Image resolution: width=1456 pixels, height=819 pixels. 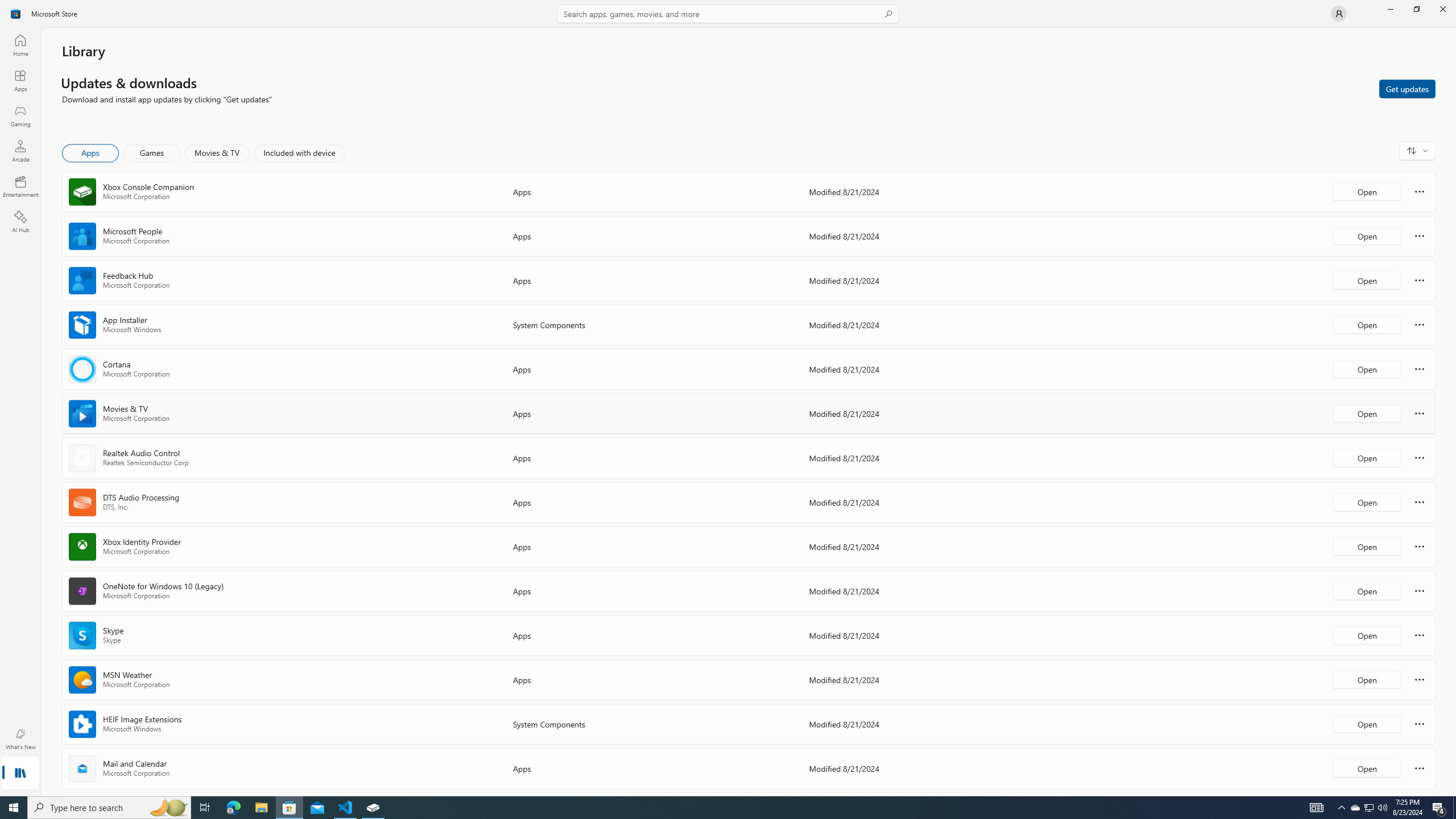 What do you see at coordinates (151, 152) in the screenshot?
I see `'Games'` at bounding box center [151, 152].